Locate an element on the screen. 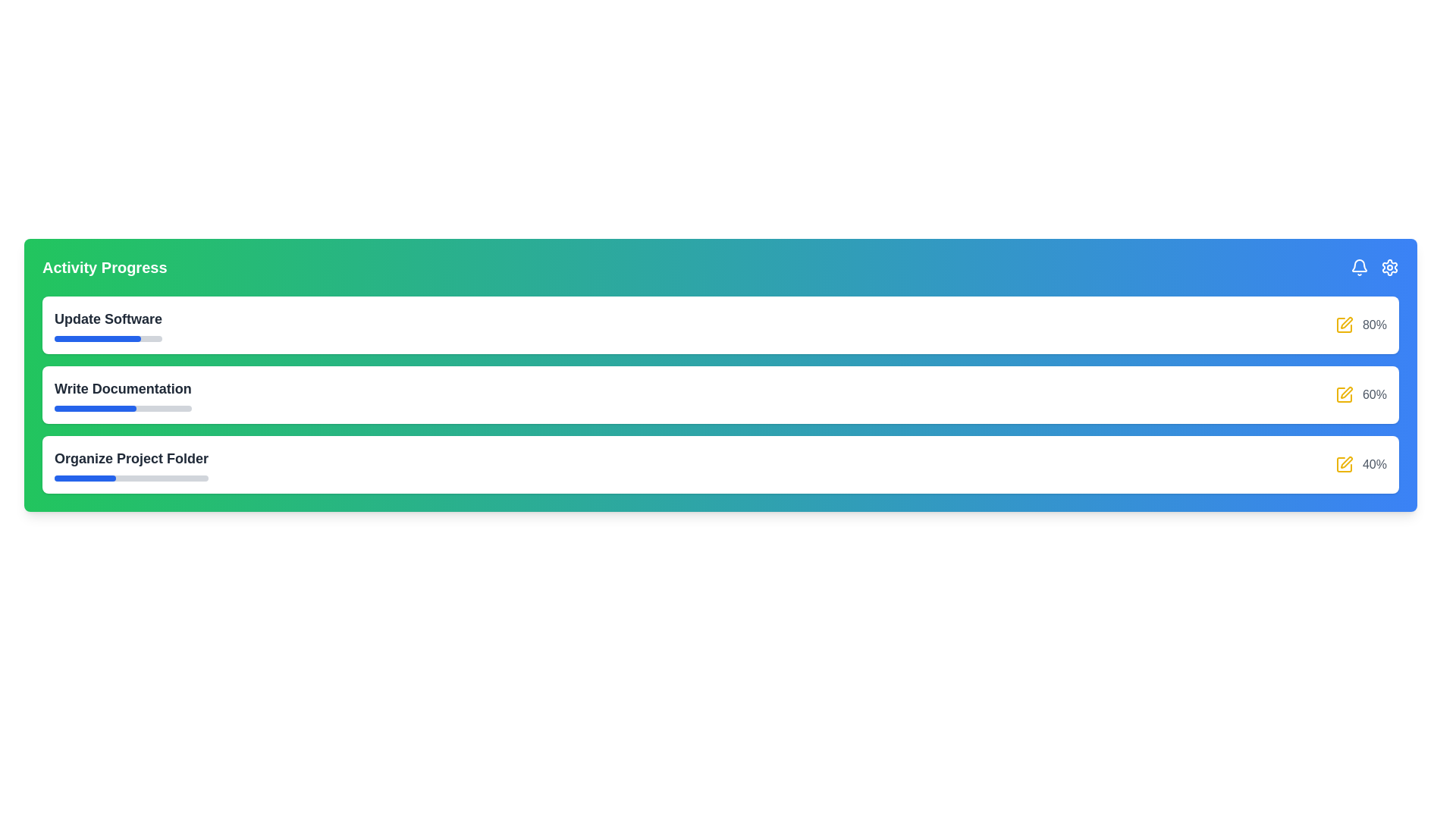 Image resolution: width=1456 pixels, height=819 pixels. text of the left-aligned label 'Update Software' located in the first row of the progress tracker interface, which is part of a white card below the green header 'Activity Progress' is located at coordinates (108, 324).